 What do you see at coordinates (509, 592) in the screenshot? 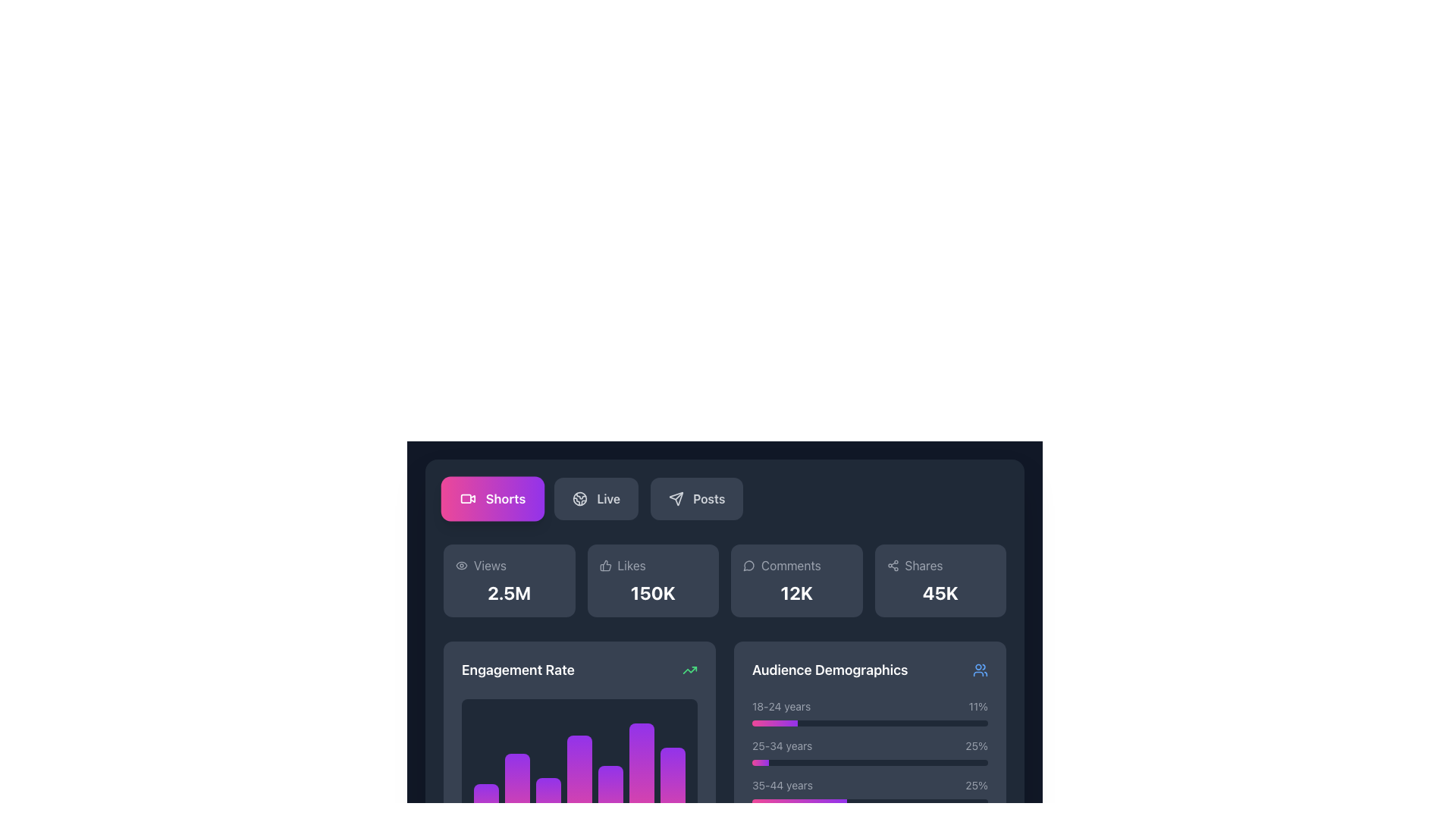
I see `the static text label displaying '2.5M', which is prominently featured in a bold, large white font against a dark background, located within the 'Views' card` at bounding box center [509, 592].